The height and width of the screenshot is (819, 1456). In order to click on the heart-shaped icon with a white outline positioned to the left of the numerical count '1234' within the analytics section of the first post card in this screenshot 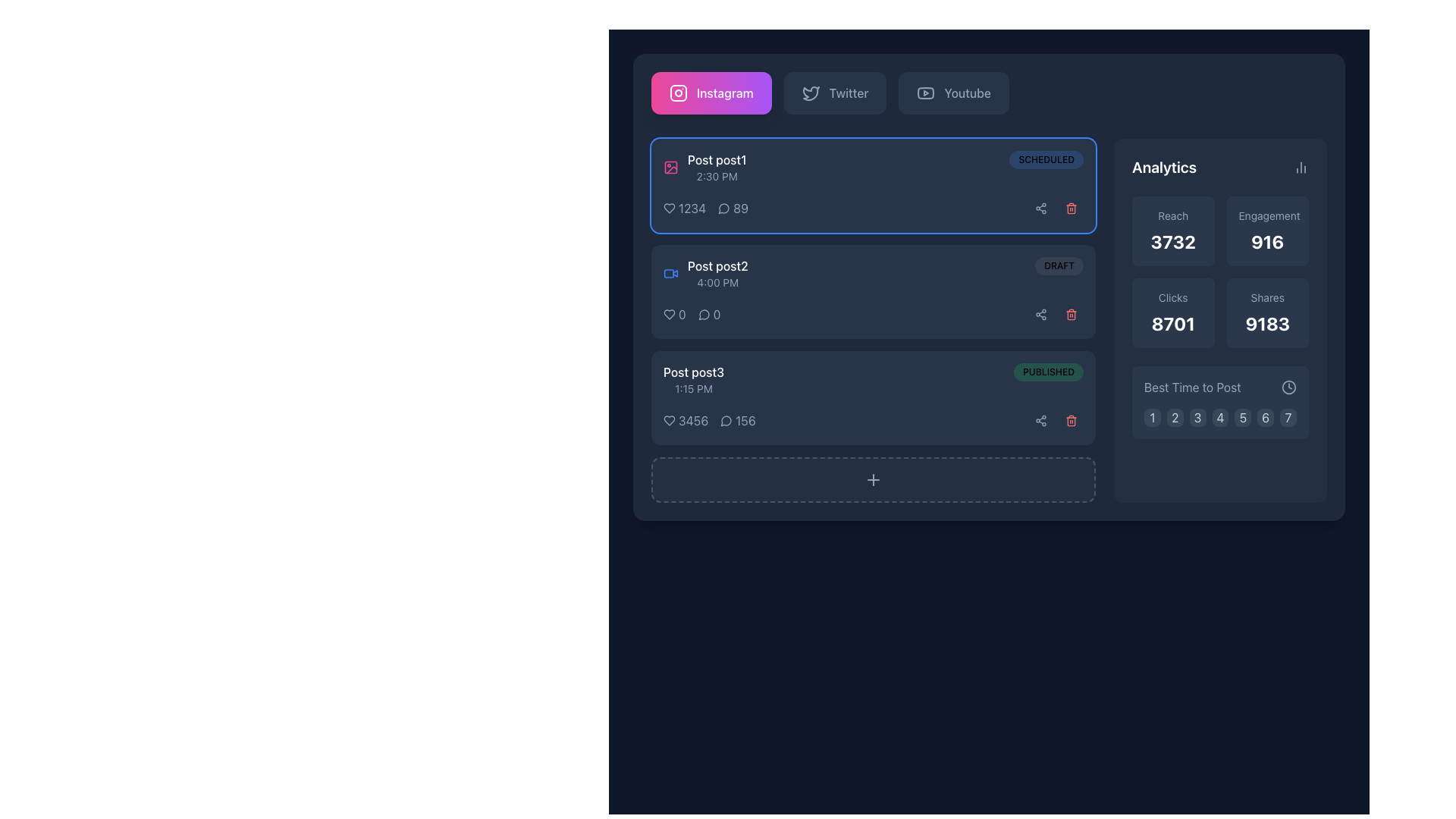, I will do `click(669, 314)`.